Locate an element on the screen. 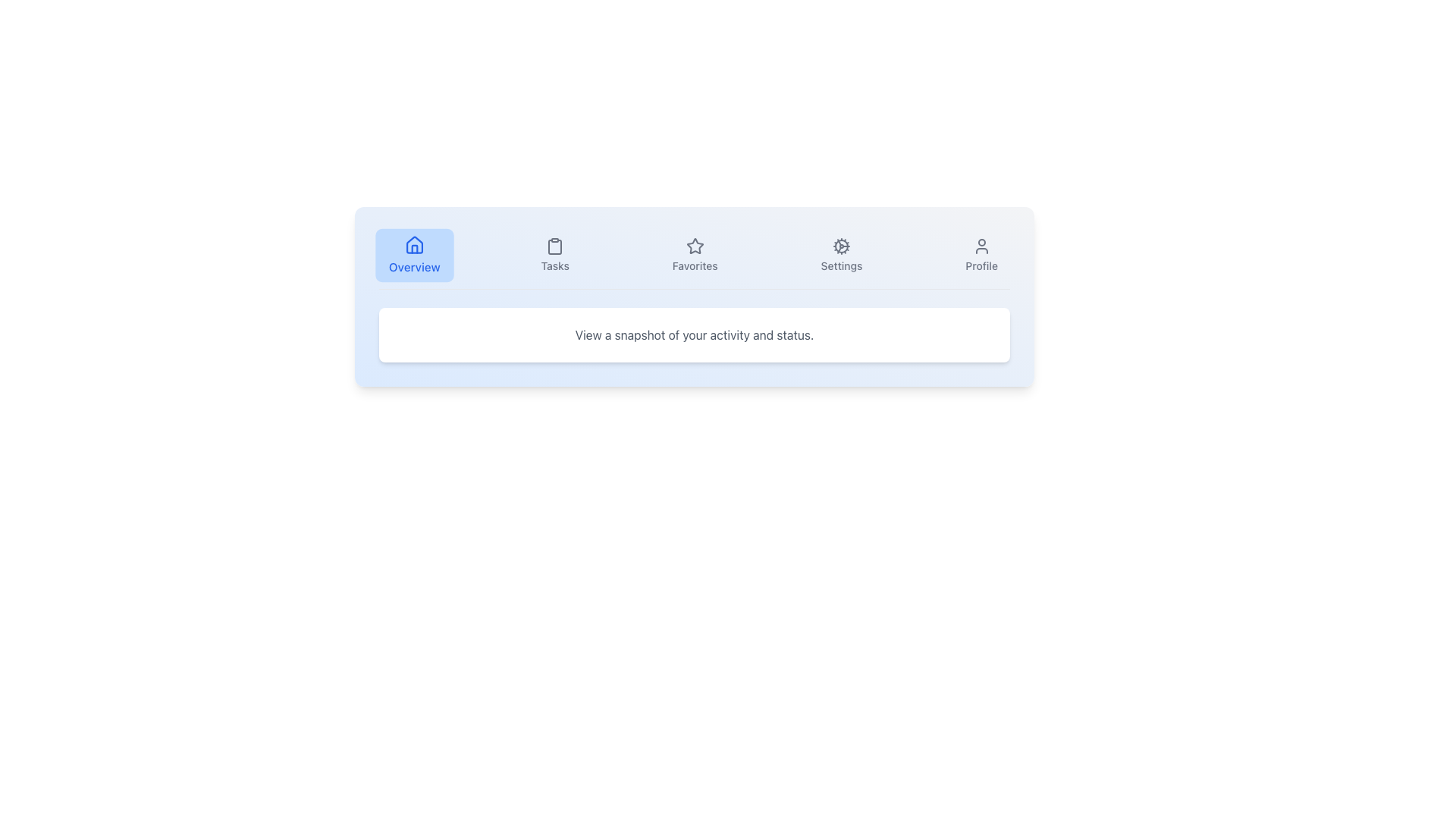 This screenshot has width=1456, height=819. text label that indicates the function of the associated house icon in the leftmost section of the horizontal navigation menu is located at coordinates (414, 266).